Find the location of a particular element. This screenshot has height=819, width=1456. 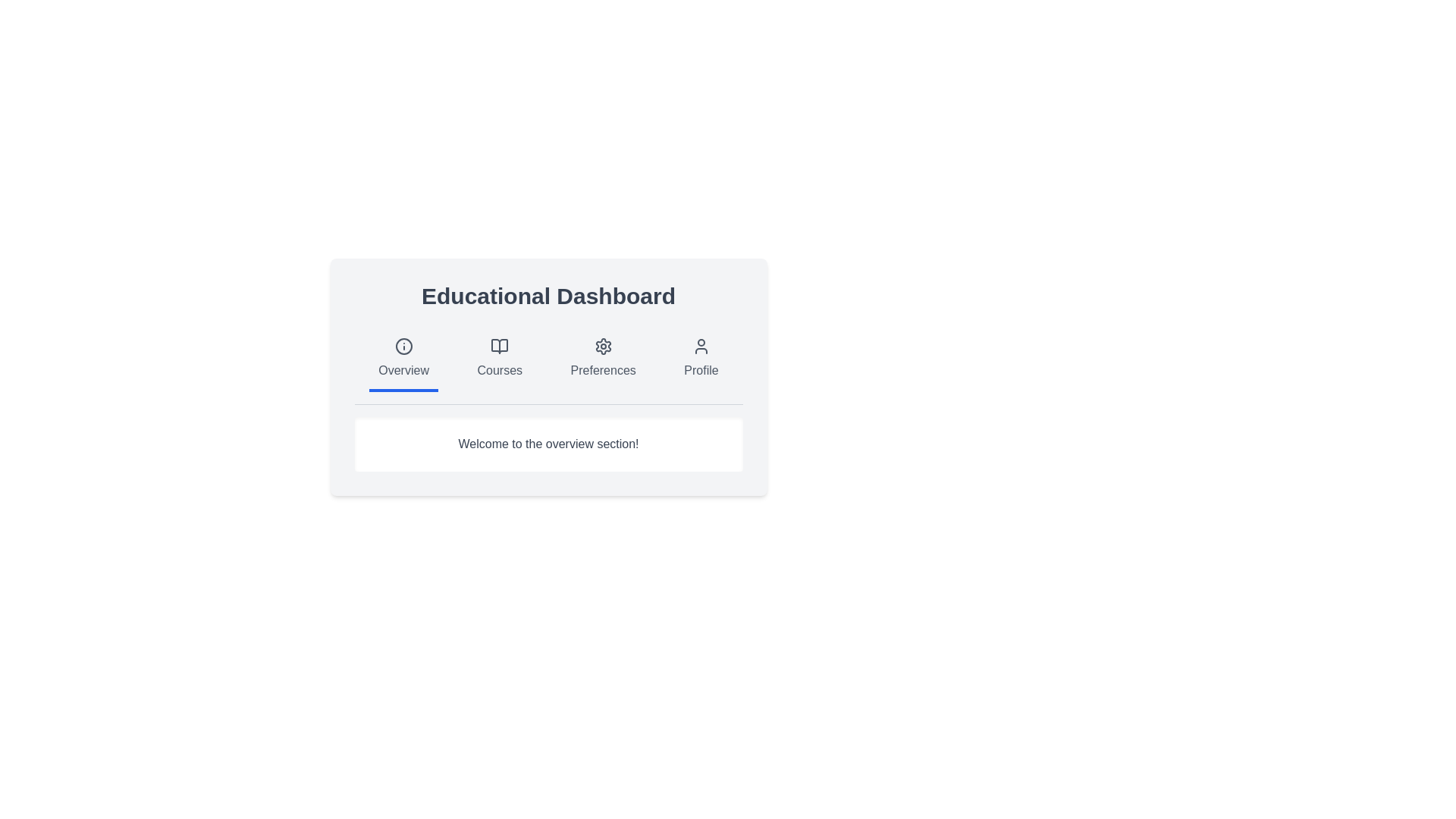

welcoming message displayed in the Text Display Component located centrally beneath the horizontal menu bar is located at coordinates (548, 444).